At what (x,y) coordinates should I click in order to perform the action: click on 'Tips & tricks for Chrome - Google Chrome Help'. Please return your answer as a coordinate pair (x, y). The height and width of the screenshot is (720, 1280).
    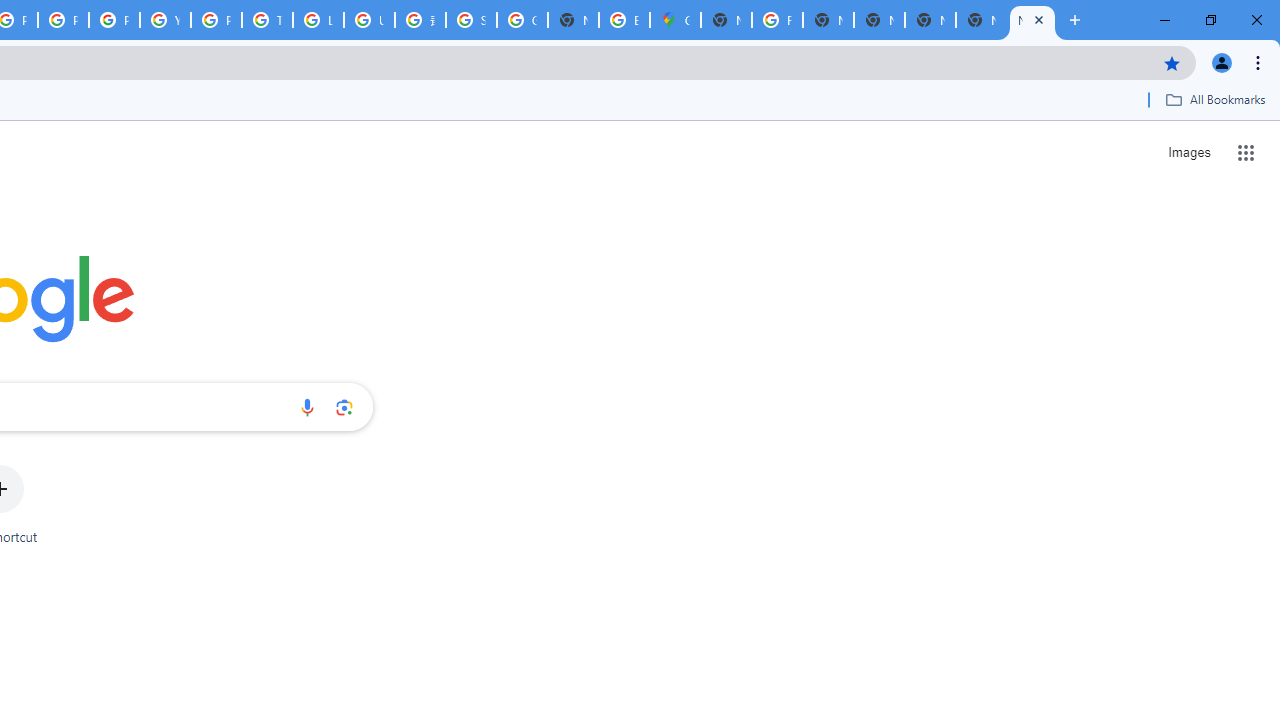
    Looking at the image, I should click on (266, 20).